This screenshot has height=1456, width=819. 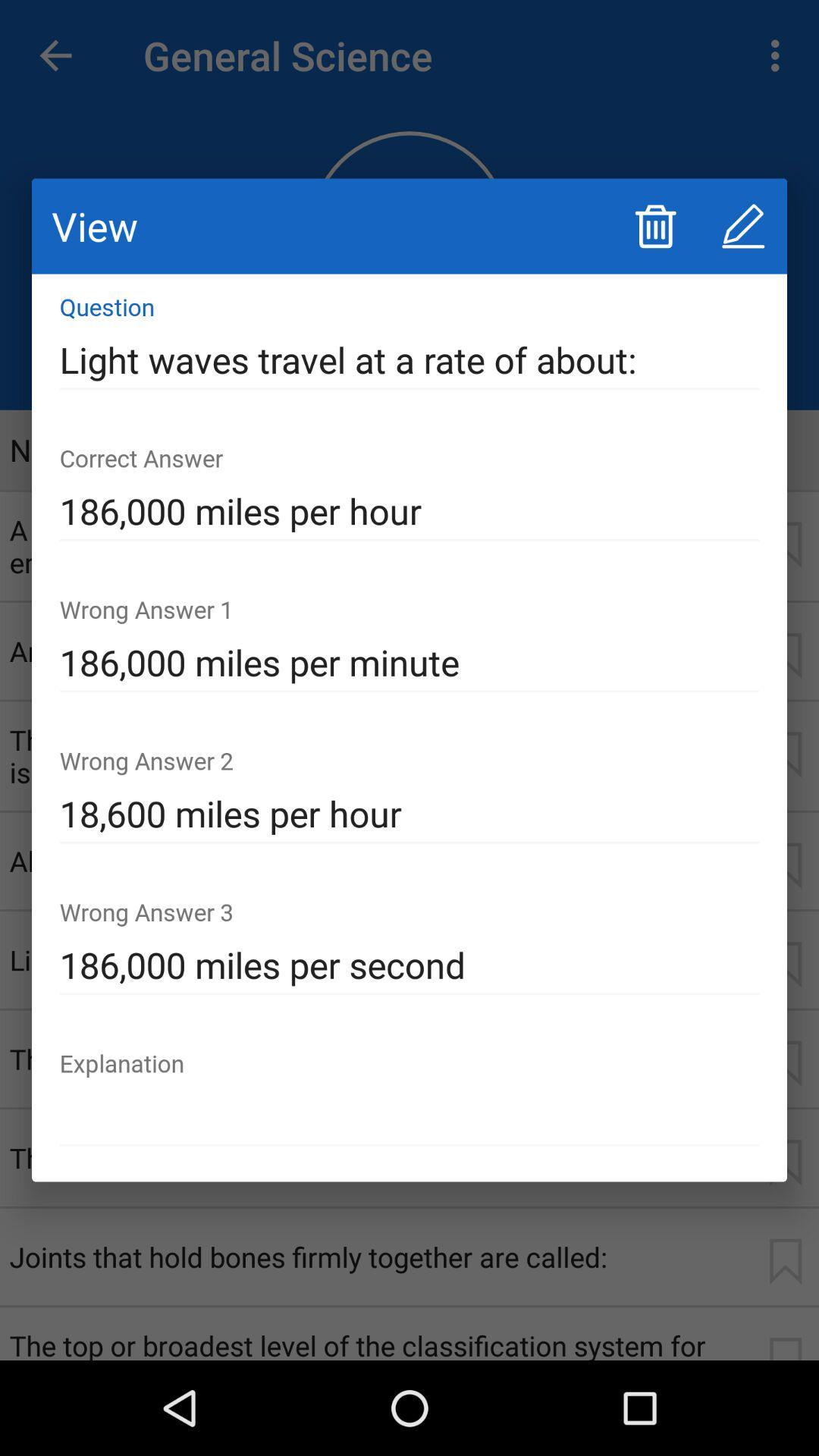 What do you see at coordinates (409, 1117) in the screenshot?
I see `the` at bounding box center [409, 1117].